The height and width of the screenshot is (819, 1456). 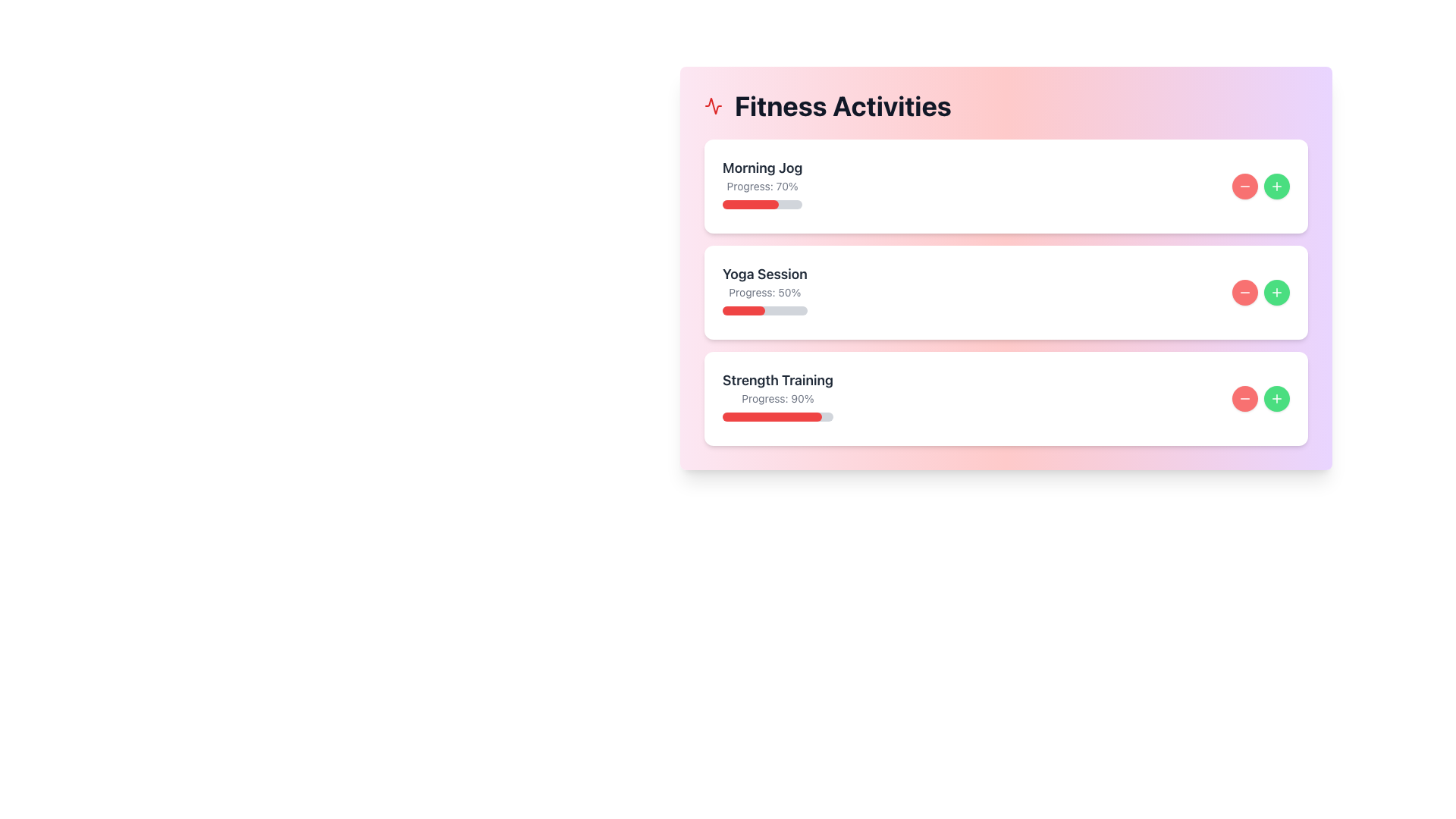 What do you see at coordinates (1244, 397) in the screenshot?
I see `the 'remove' icon button on the 'Morning Jog' activity card in the 'Fitness Activities' list` at bounding box center [1244, 397].